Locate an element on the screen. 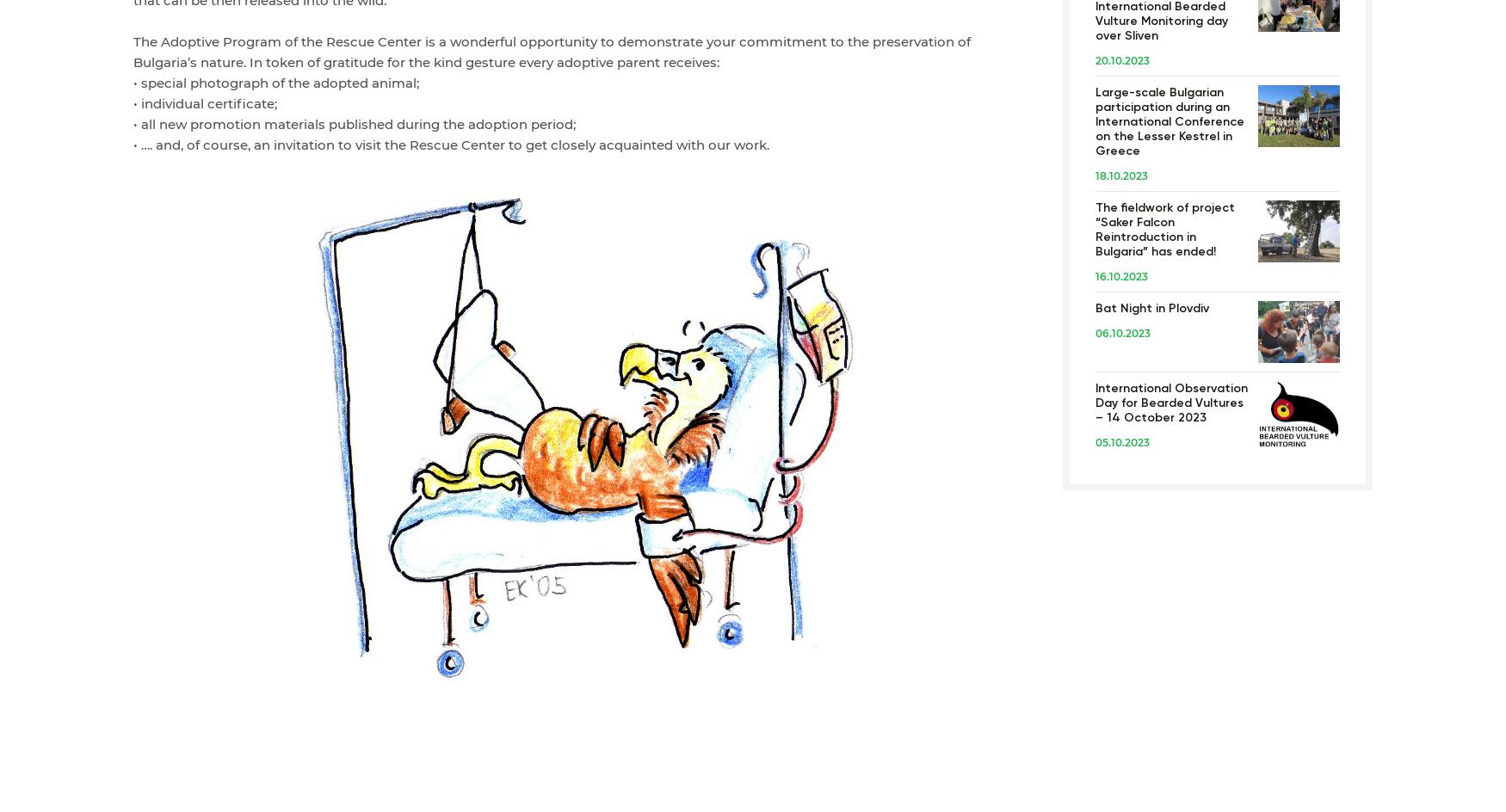 The width and height of the screenshot is (1506, 812). '• all new promotion materials published during the adoption period;' is located at coordinates (353, 124).